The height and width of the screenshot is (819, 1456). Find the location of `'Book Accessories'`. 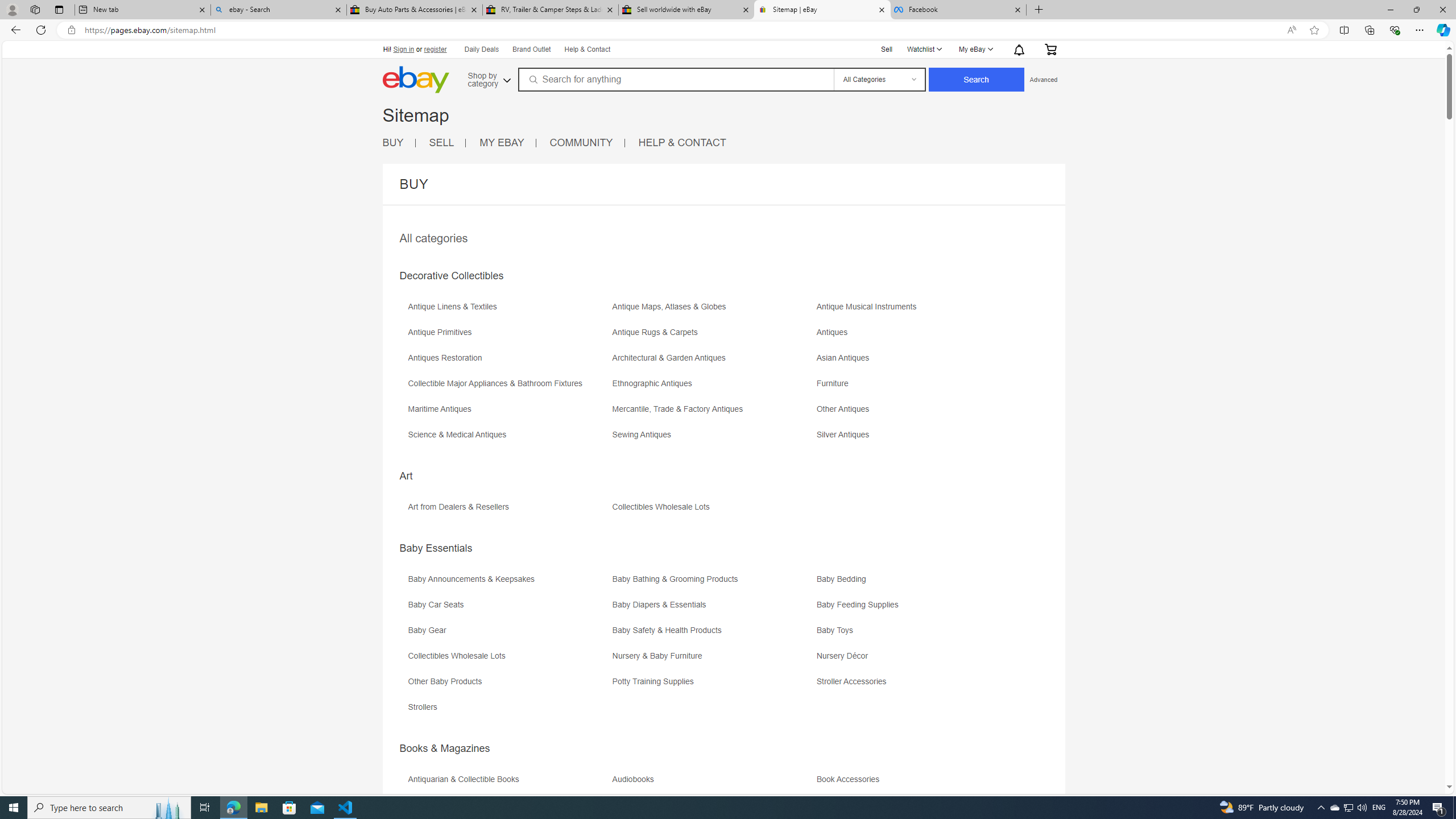

'Book Accessories' is located at coordinates (851, 779).